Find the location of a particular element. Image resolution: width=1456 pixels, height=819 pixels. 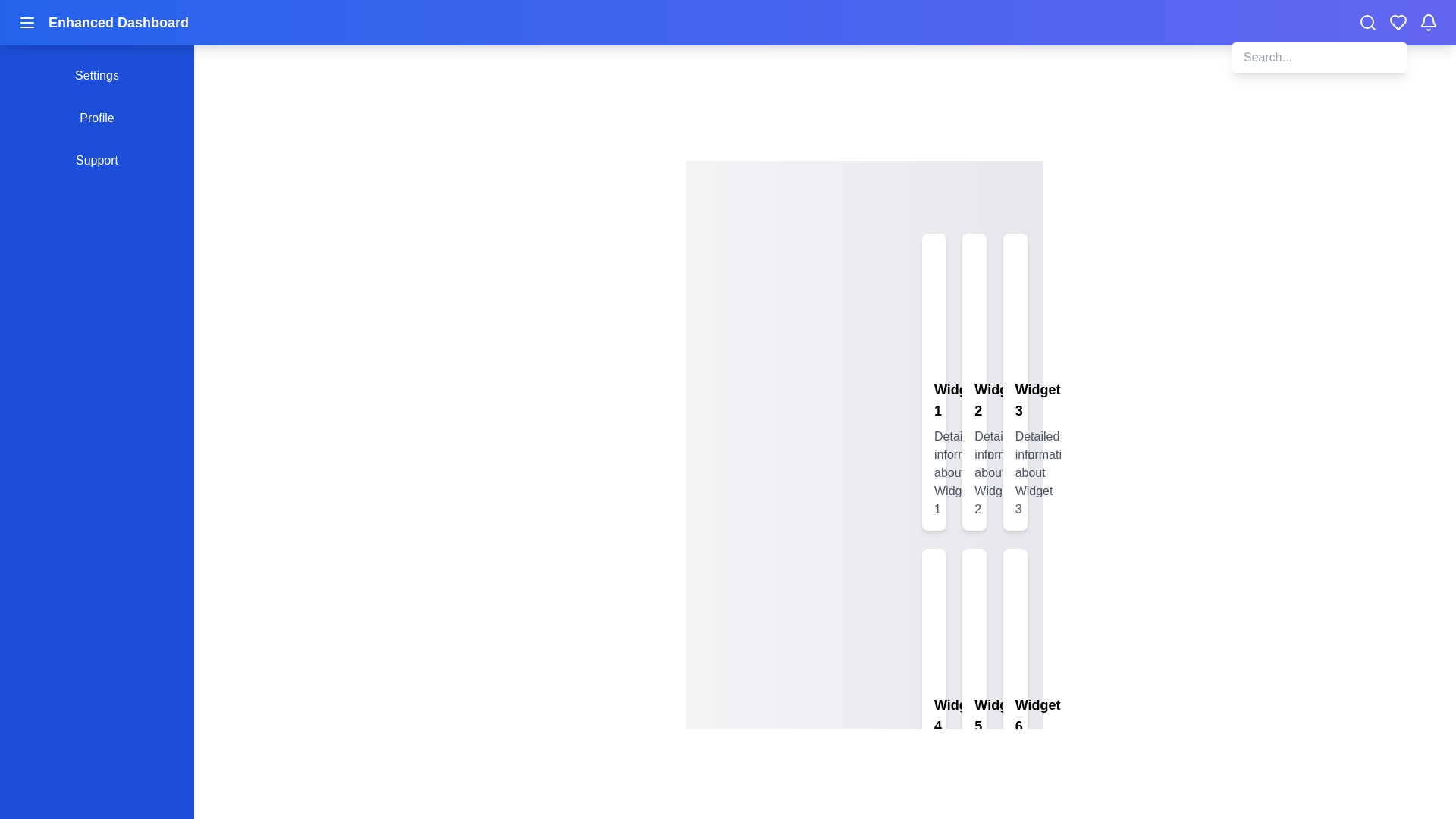

the Information card titled 'Widget 1' which is a white rectangular card with rounded corners, located in the top-left area of the grid layout is located at coordinates (934, 381).